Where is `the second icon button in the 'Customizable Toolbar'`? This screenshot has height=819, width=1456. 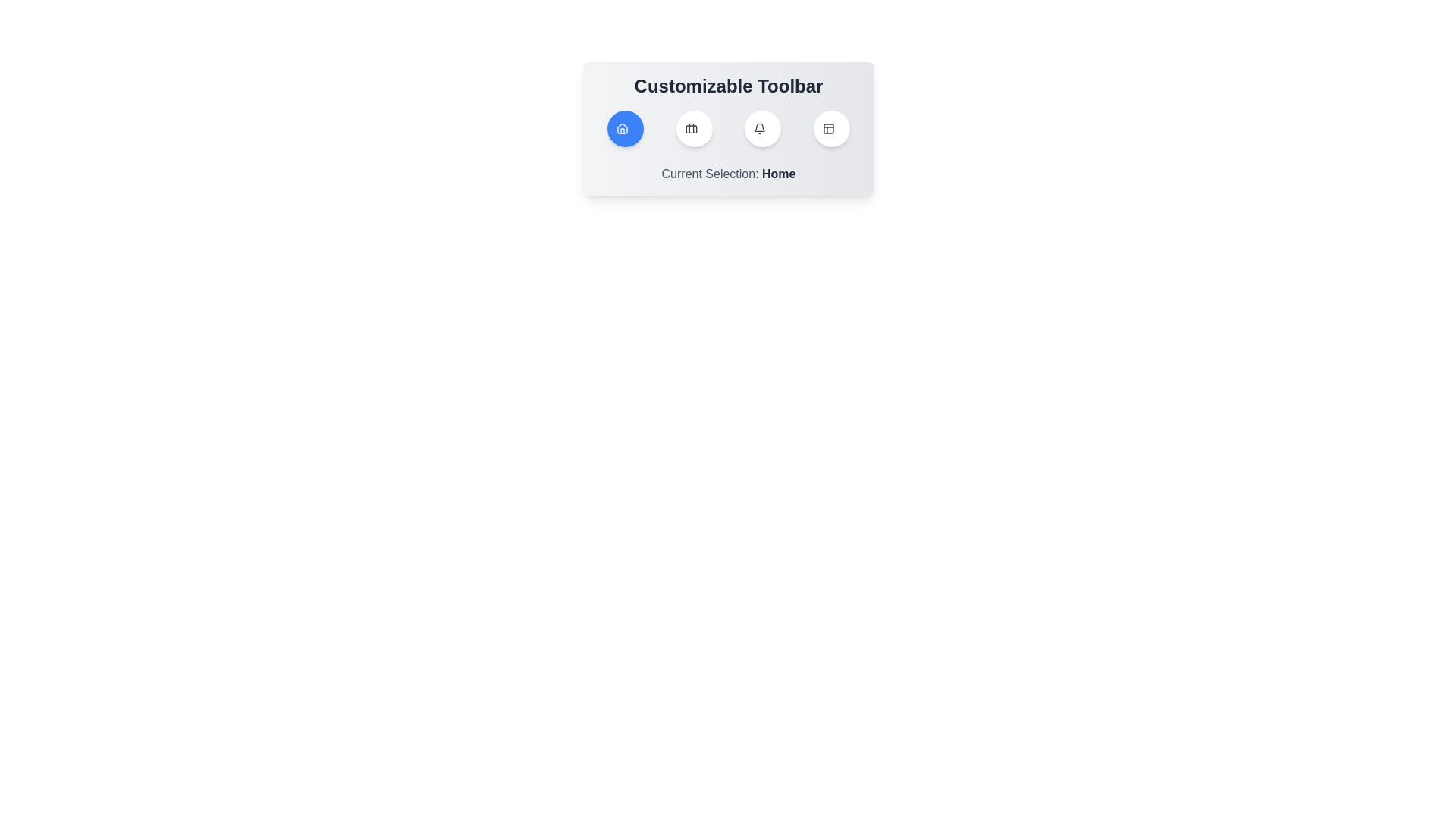
the second icon button in the 'Customizable Toolbar' is located at coordinates (693, 127).